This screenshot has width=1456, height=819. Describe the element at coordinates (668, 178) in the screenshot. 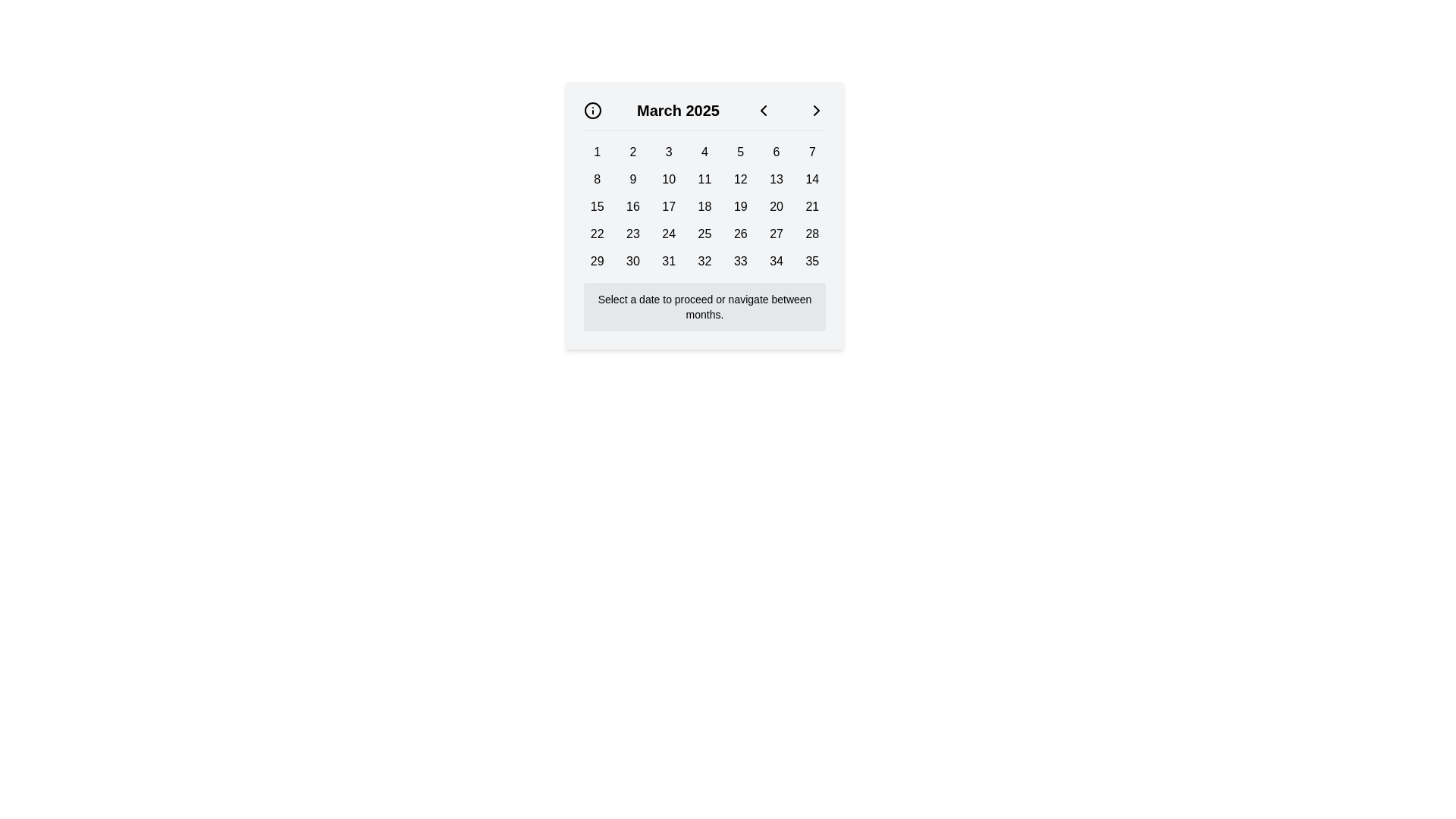

I see `the button representing a selectable day in the second row and third column of the calendar grid` at that location.